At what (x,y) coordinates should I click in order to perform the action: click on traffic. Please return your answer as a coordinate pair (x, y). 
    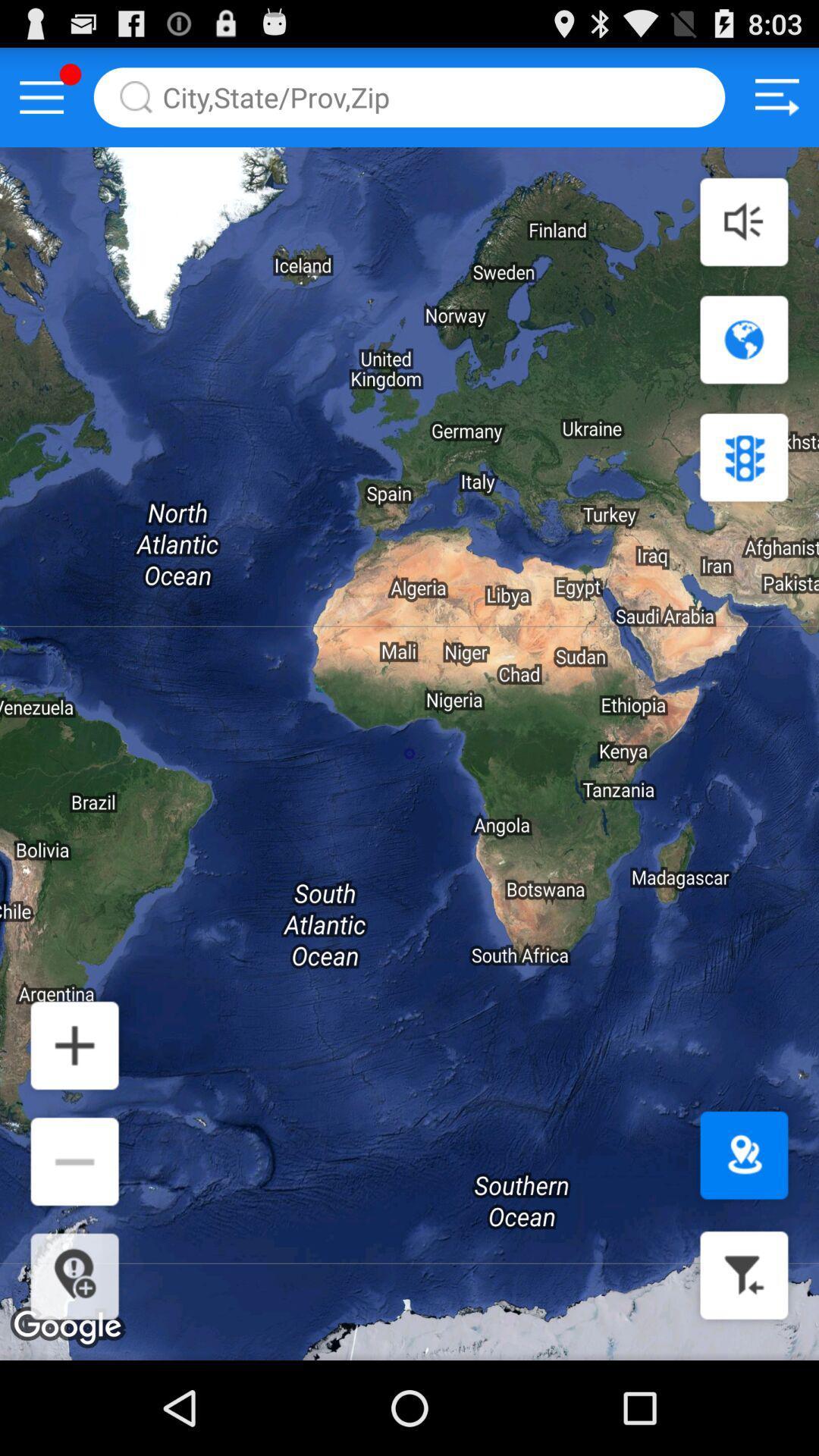
    Looking at the image, I should click on (743, 457).